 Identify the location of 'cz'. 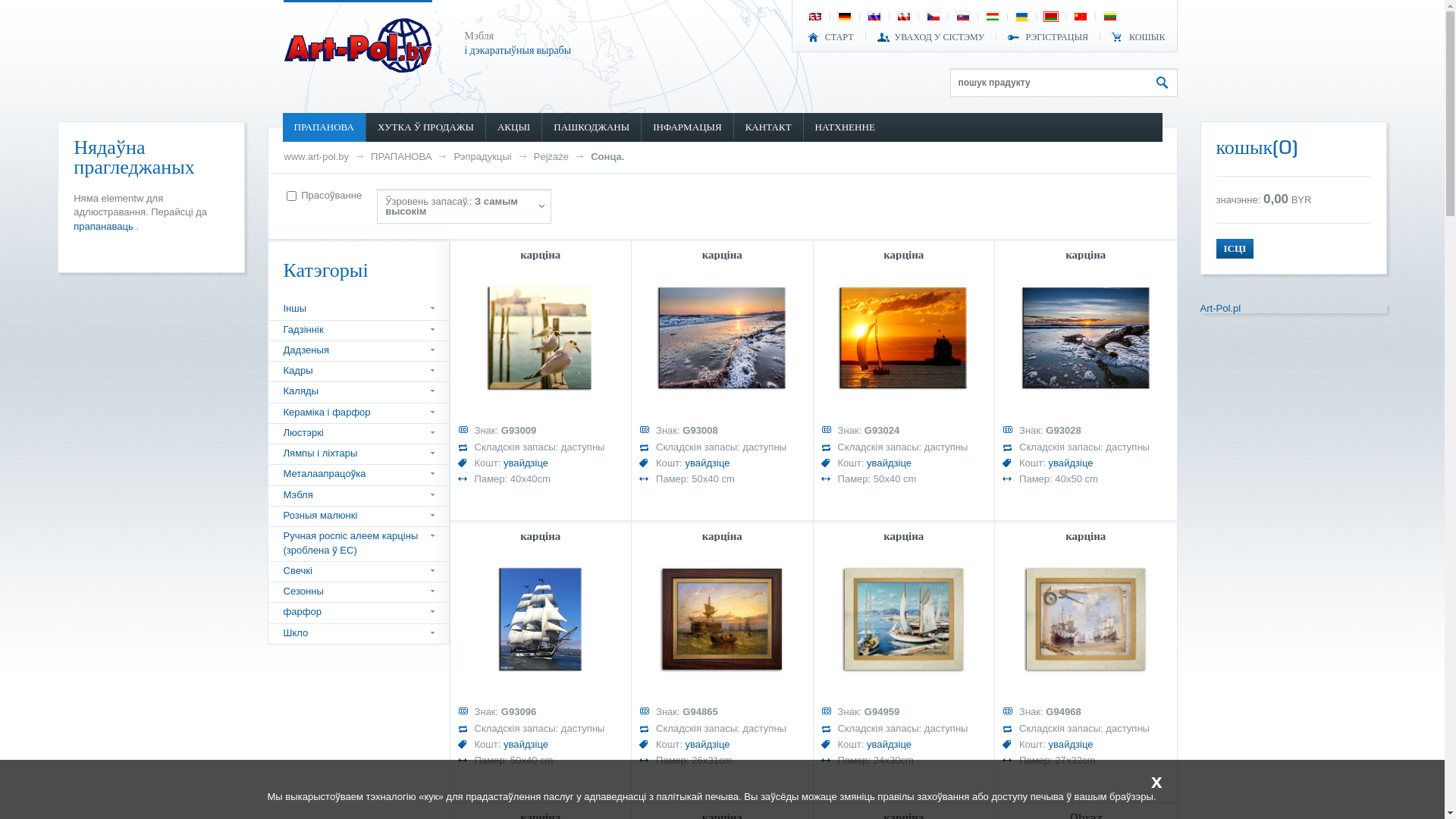
(932, 17).